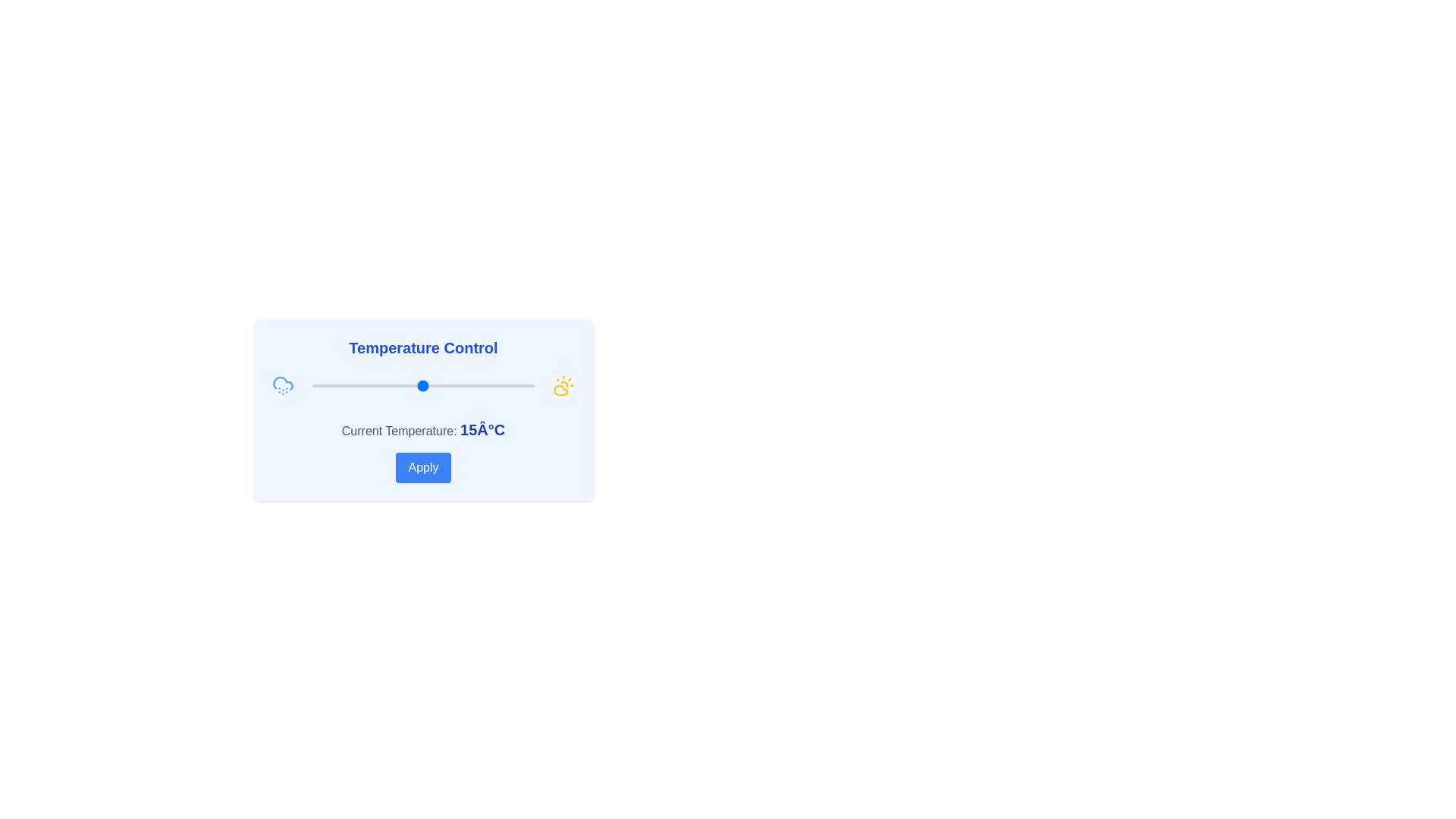  Describe the element at coordinates (334, 385) in the screenshot. I see `the temperature to -5°C using the slider` at that location.